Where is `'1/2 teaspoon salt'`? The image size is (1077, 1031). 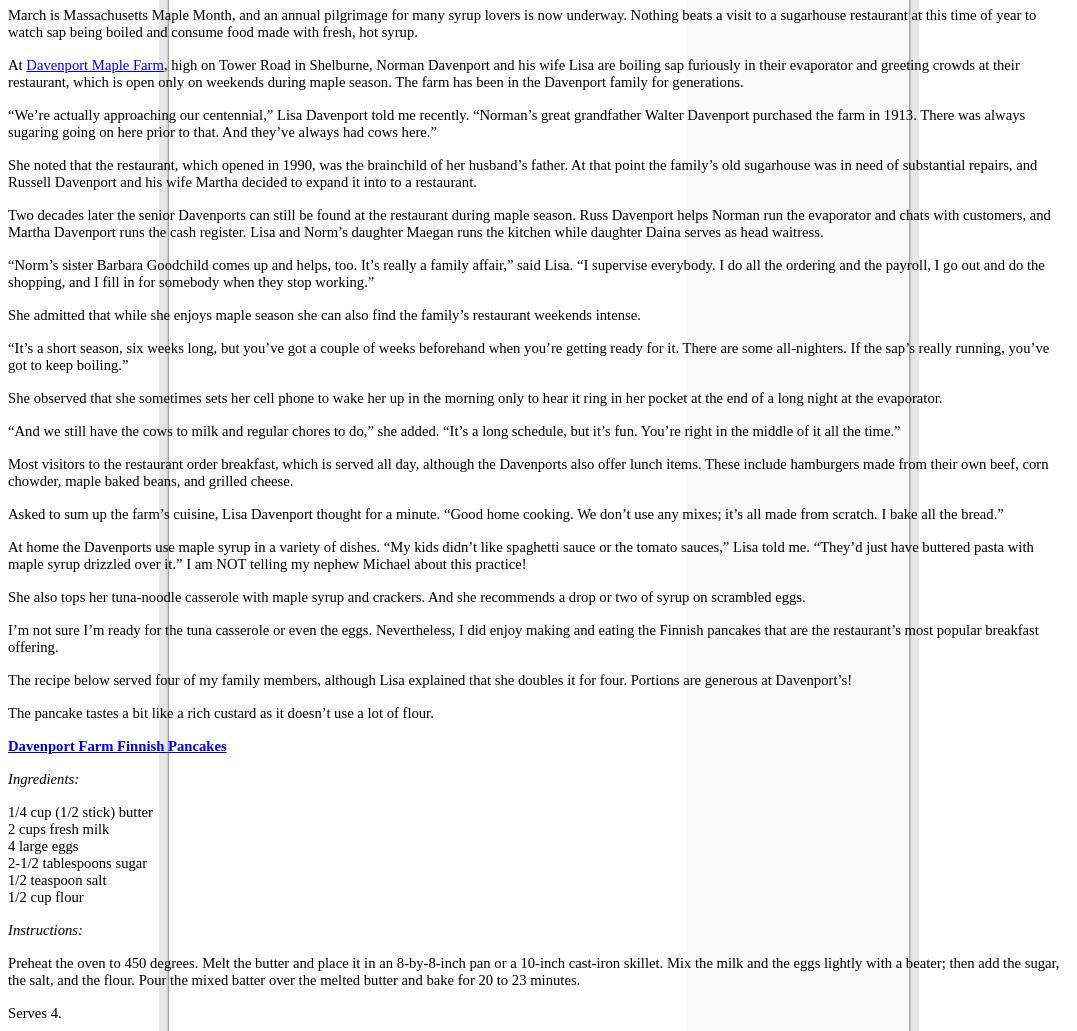 '1/2 teaspoon salt' is located at coordinates (56, 879).